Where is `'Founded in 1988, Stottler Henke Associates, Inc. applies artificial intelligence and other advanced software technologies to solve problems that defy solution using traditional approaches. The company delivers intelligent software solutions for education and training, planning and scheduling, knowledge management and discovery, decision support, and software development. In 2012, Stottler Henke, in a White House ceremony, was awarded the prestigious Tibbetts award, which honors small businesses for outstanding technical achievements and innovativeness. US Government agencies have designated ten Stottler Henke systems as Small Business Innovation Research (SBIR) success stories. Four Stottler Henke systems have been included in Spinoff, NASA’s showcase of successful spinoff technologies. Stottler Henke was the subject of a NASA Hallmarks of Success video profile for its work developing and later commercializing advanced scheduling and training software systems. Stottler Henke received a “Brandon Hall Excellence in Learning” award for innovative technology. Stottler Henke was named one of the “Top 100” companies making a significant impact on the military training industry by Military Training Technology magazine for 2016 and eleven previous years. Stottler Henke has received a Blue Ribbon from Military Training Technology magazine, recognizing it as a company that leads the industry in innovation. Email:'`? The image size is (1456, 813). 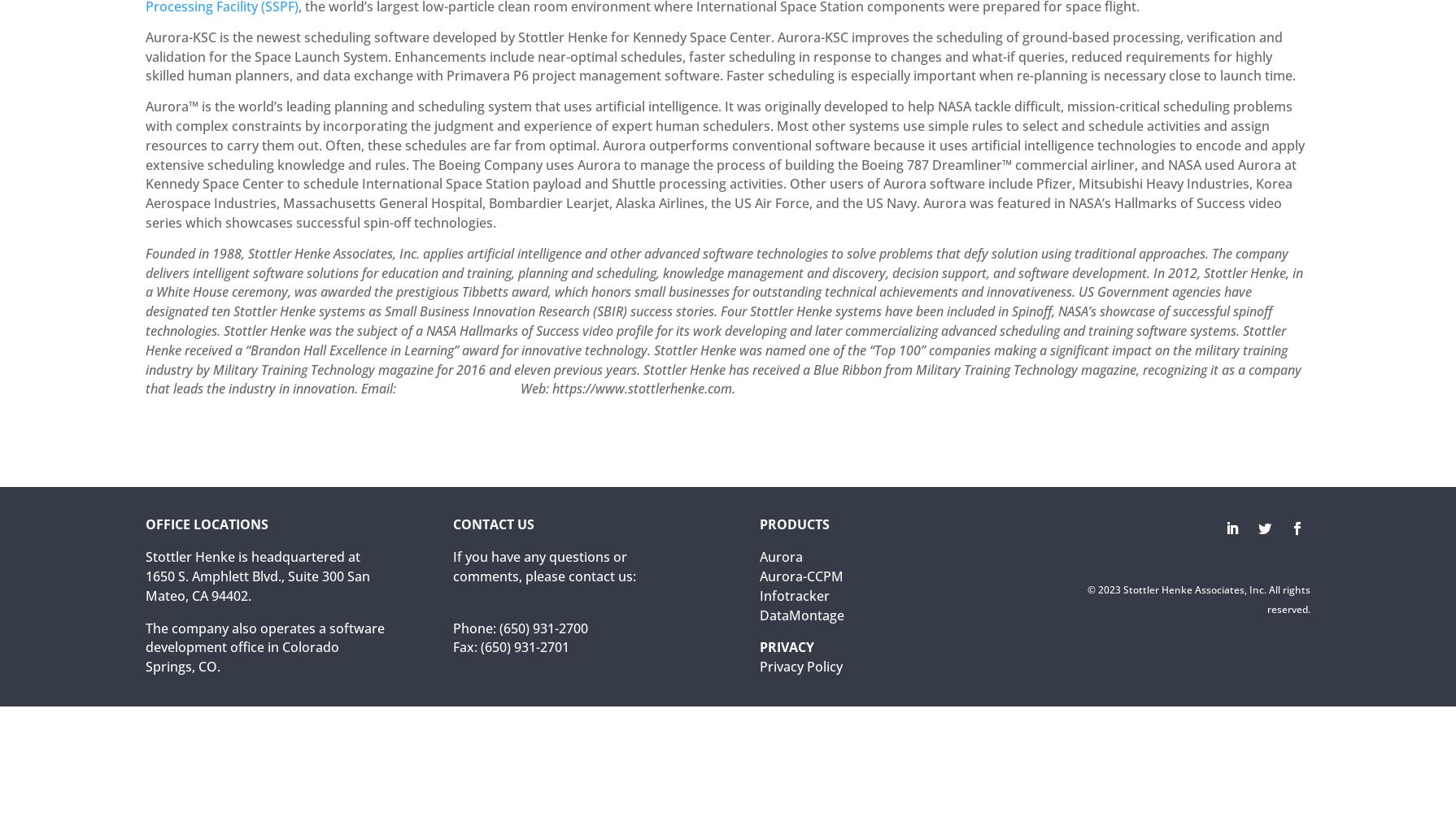
'Founded in 1988, Stottler Henke Associates, Inc. applies artificial intelligence and other advanced software technologies to solve problems that defy solution using traditional approaches. The company delivers intelligent software solutions for education and training, planning and scheduling, knowledge management and discovery, decision support, and software development. In 2012, Stottler Henke, in a White House ceremony, was awarded the prestigious Tibbetts award, which honors small businesses for outstanding technical achievements and innovativeness. US Government agencies have designated ten Stottler Henke systems as Small Business Innovation Research (SBIR) success stories. Four Stottler Henke systems have been included in Spinoff, NASA’s showcase of successful spinoff technologies. Stottler Henke was the subject of a NASA Hallmarks of Success video profile for its work developing and later commercializing advanced scheduling and training software systems. Stottler Henke received a “Brandon Hall Excellence in Learning” award for innovative technology. Stottler Henke was named one of the “Top 100” companies making a significant impact on the military training industry by Military Training Technology magazine for 2016 and eleven previous years. Stottler Henke has received a Blue Ribbon from Military Training Technology magazine, recognizing it as a company that leads the industry in innovation. Email:' is located at coordinates (146, 320).